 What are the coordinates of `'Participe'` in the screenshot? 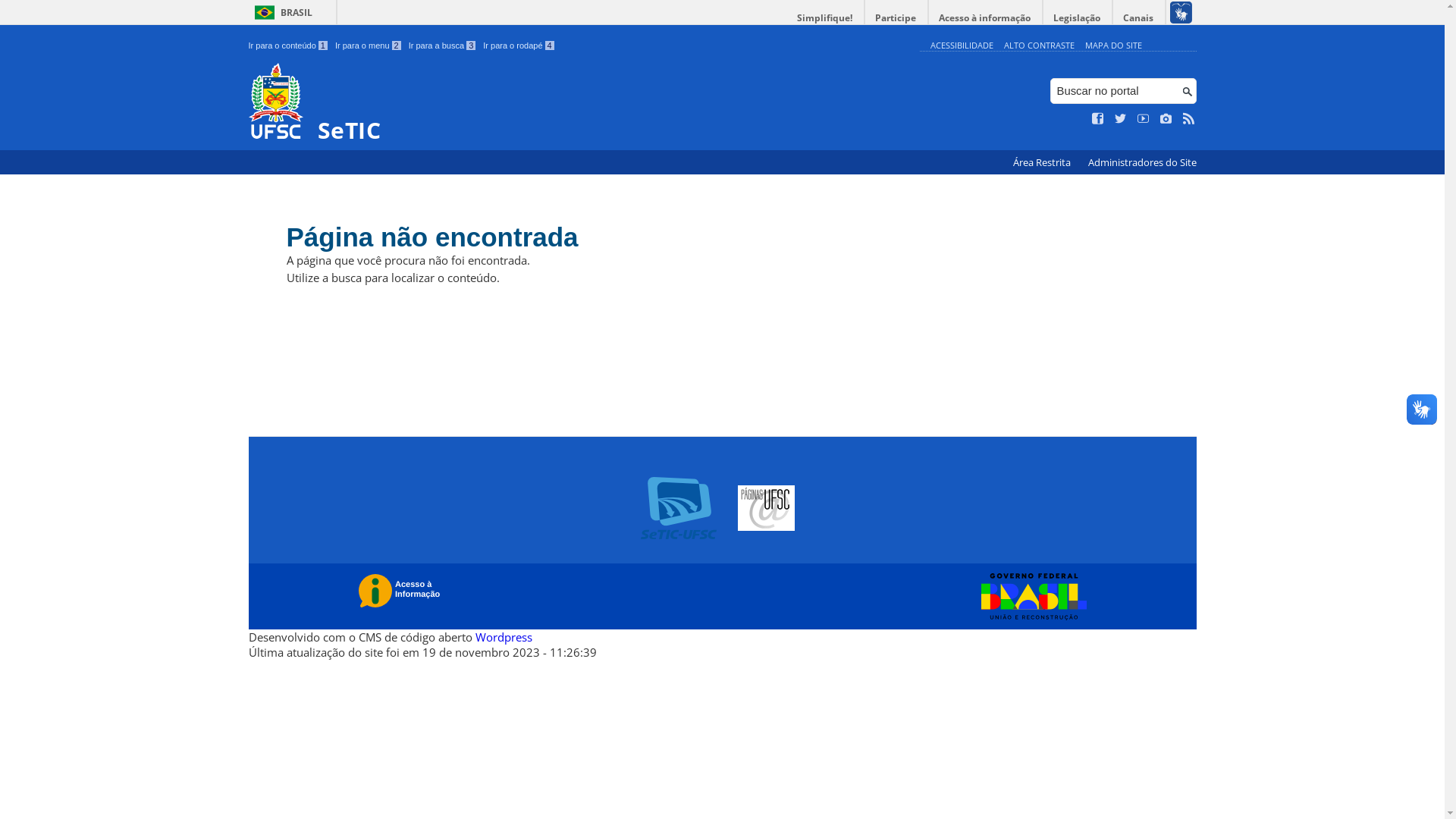 It's located at (895, 17).